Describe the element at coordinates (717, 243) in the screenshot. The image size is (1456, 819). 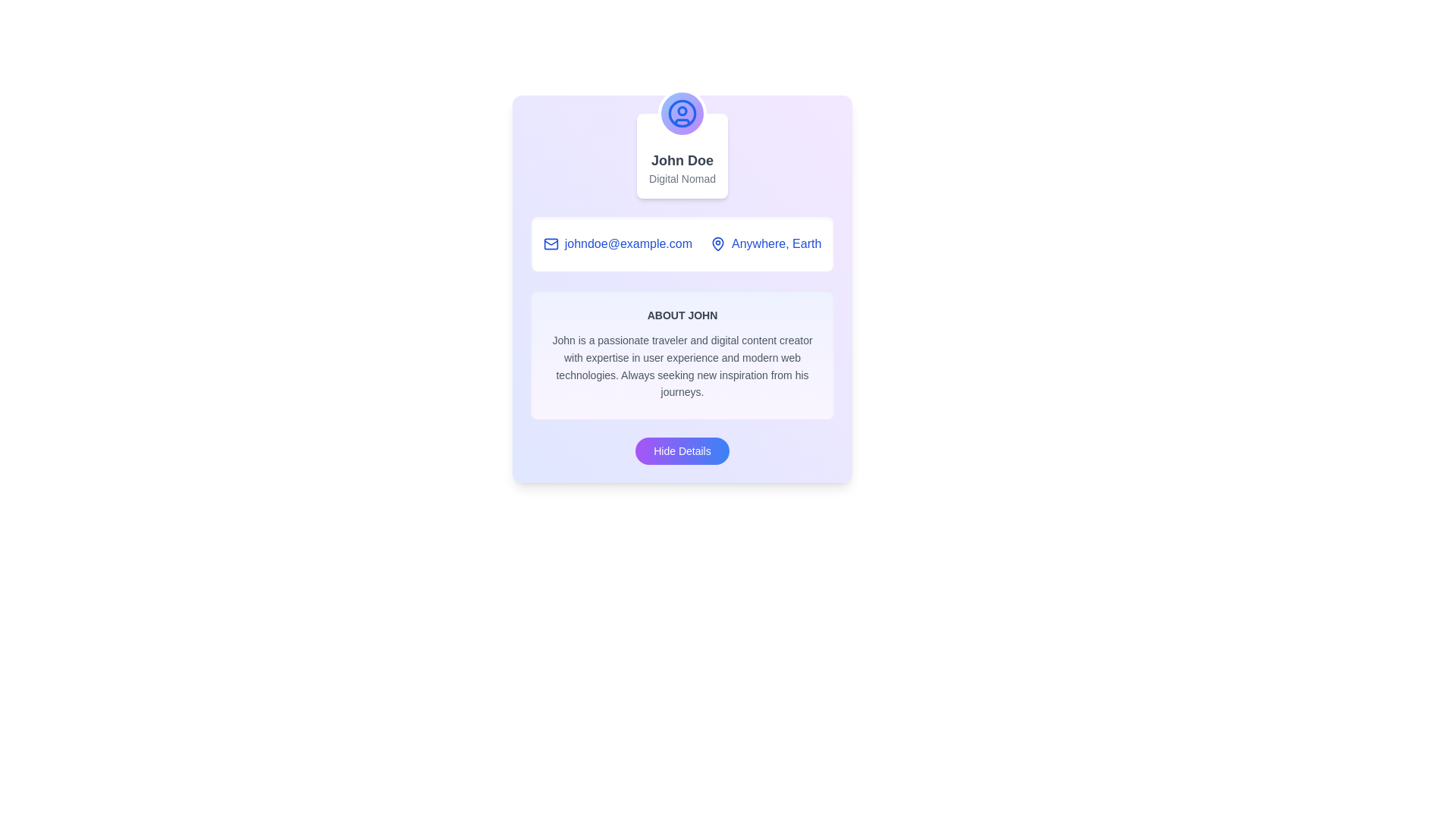
I see `the marker pin icon located to the left of the text 'Anywhere, Earth' within the card layout` at that location.